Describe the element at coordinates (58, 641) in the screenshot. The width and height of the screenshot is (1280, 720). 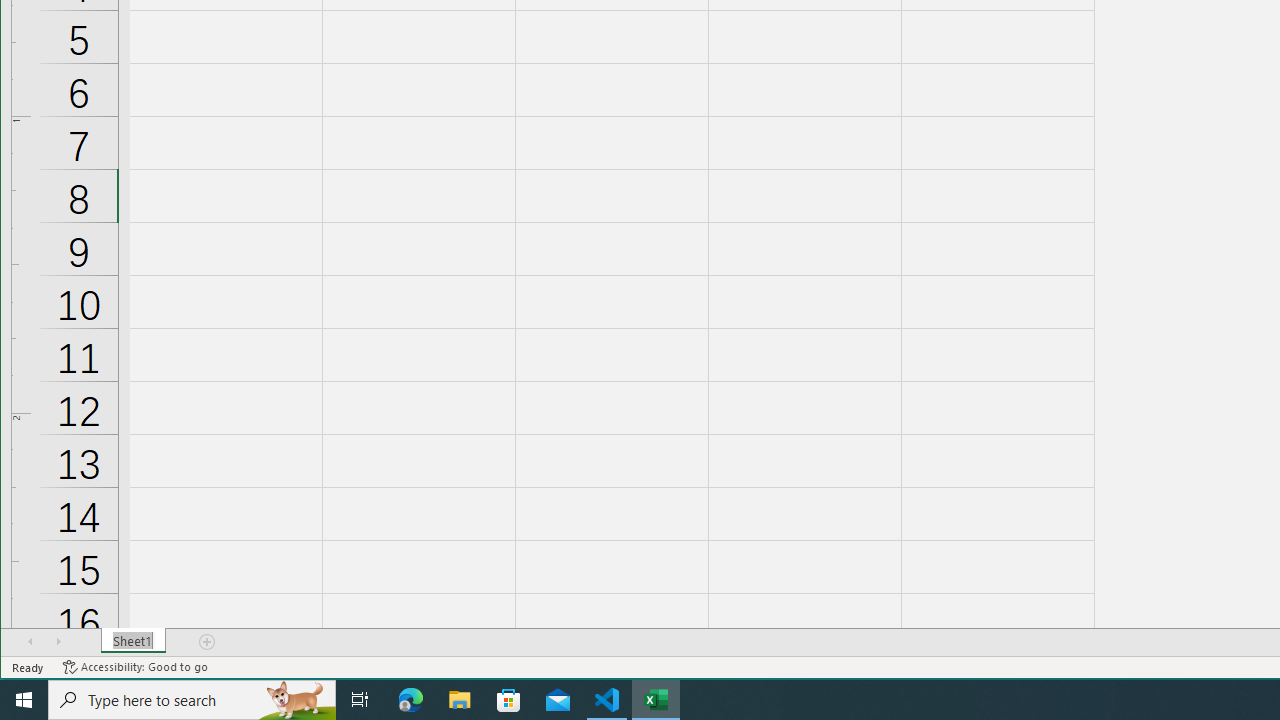
I see `'Scroll Right'` at that location.